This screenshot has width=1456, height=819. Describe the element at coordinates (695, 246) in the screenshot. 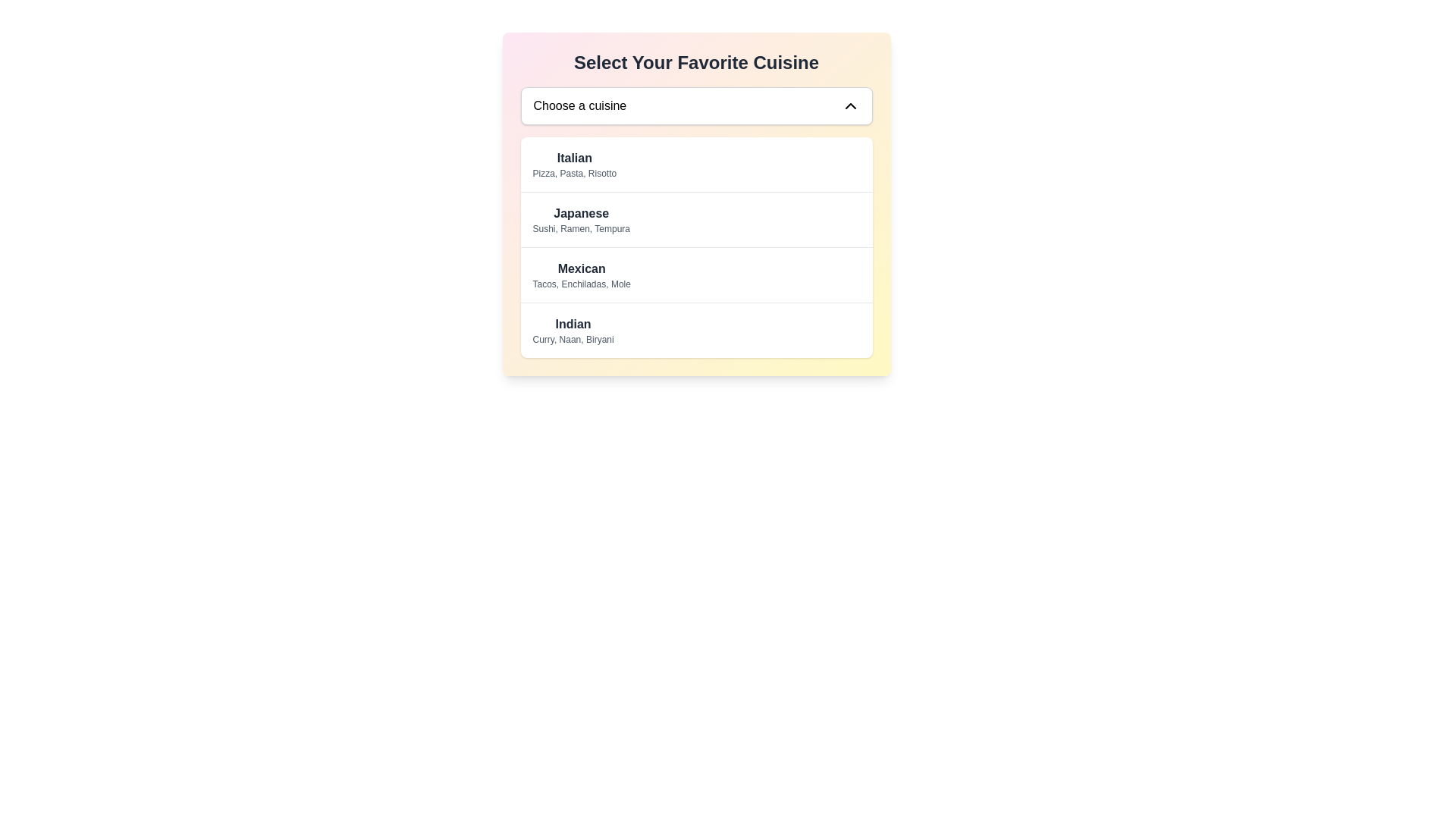

I see `the cuisine segment in the list component` at that location.